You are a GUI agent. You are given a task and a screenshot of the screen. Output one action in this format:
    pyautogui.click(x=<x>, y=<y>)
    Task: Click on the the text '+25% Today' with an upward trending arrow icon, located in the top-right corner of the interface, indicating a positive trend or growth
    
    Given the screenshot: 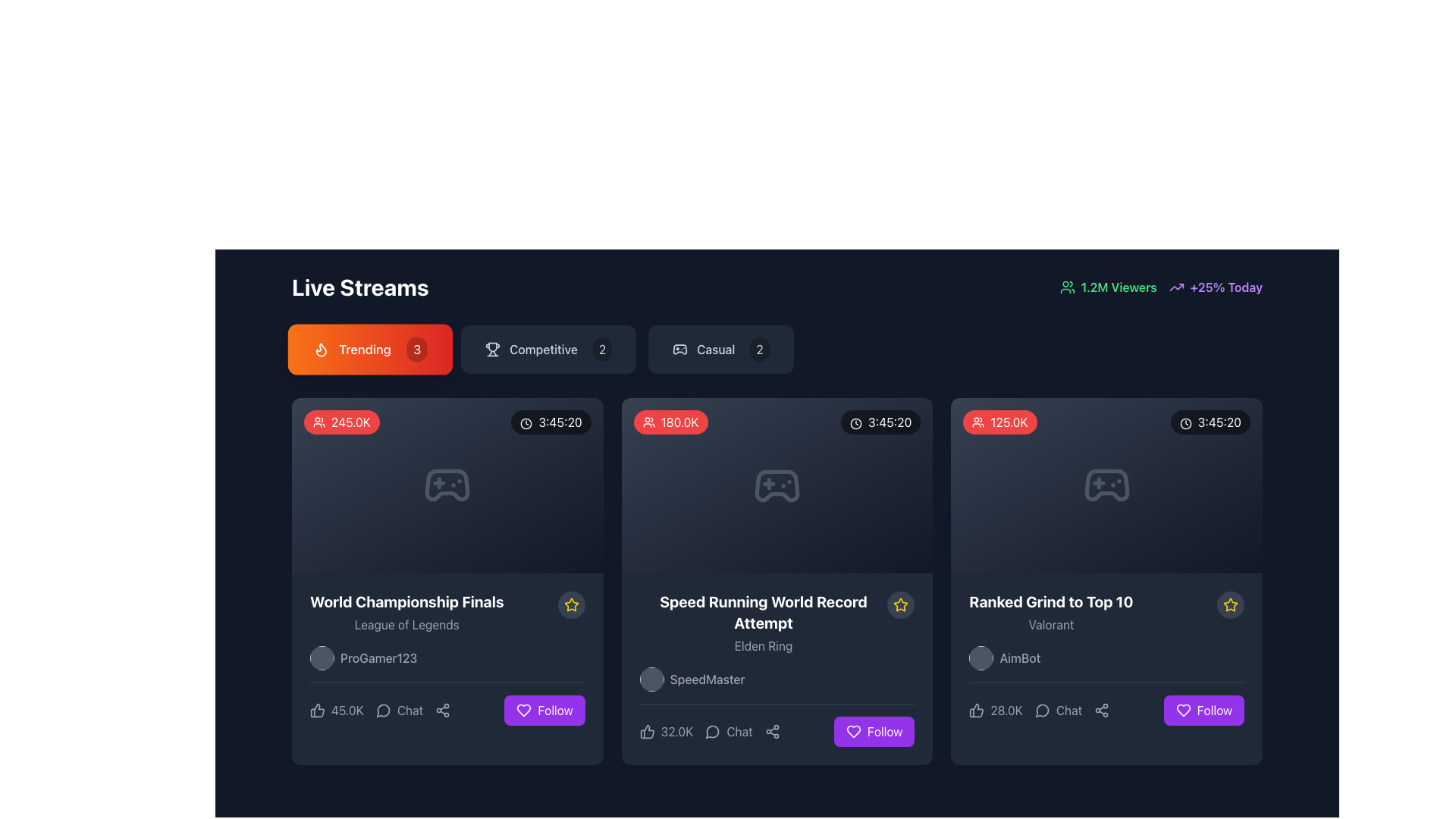 What is the action you would take?
    pyautogui.click(x=1216, y=287)
    